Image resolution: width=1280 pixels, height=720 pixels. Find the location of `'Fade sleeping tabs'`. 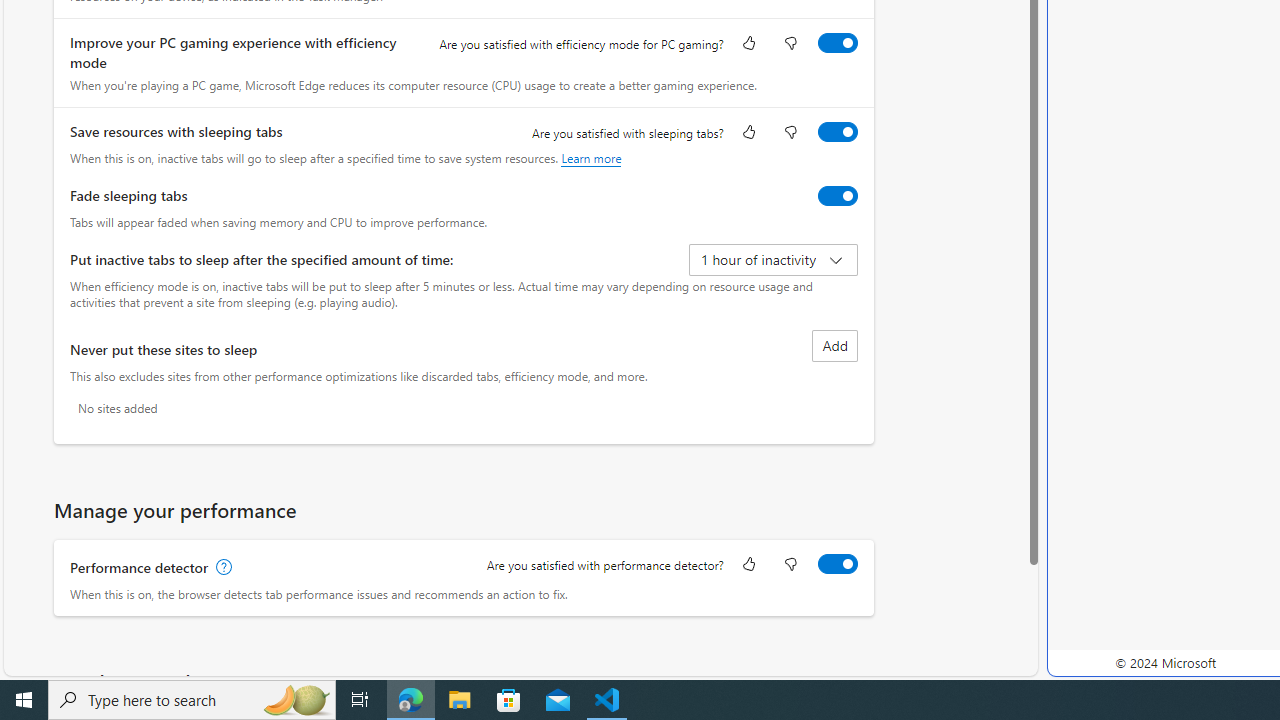

'Fade sleeping tabs' is located at coordinates (837, 195).